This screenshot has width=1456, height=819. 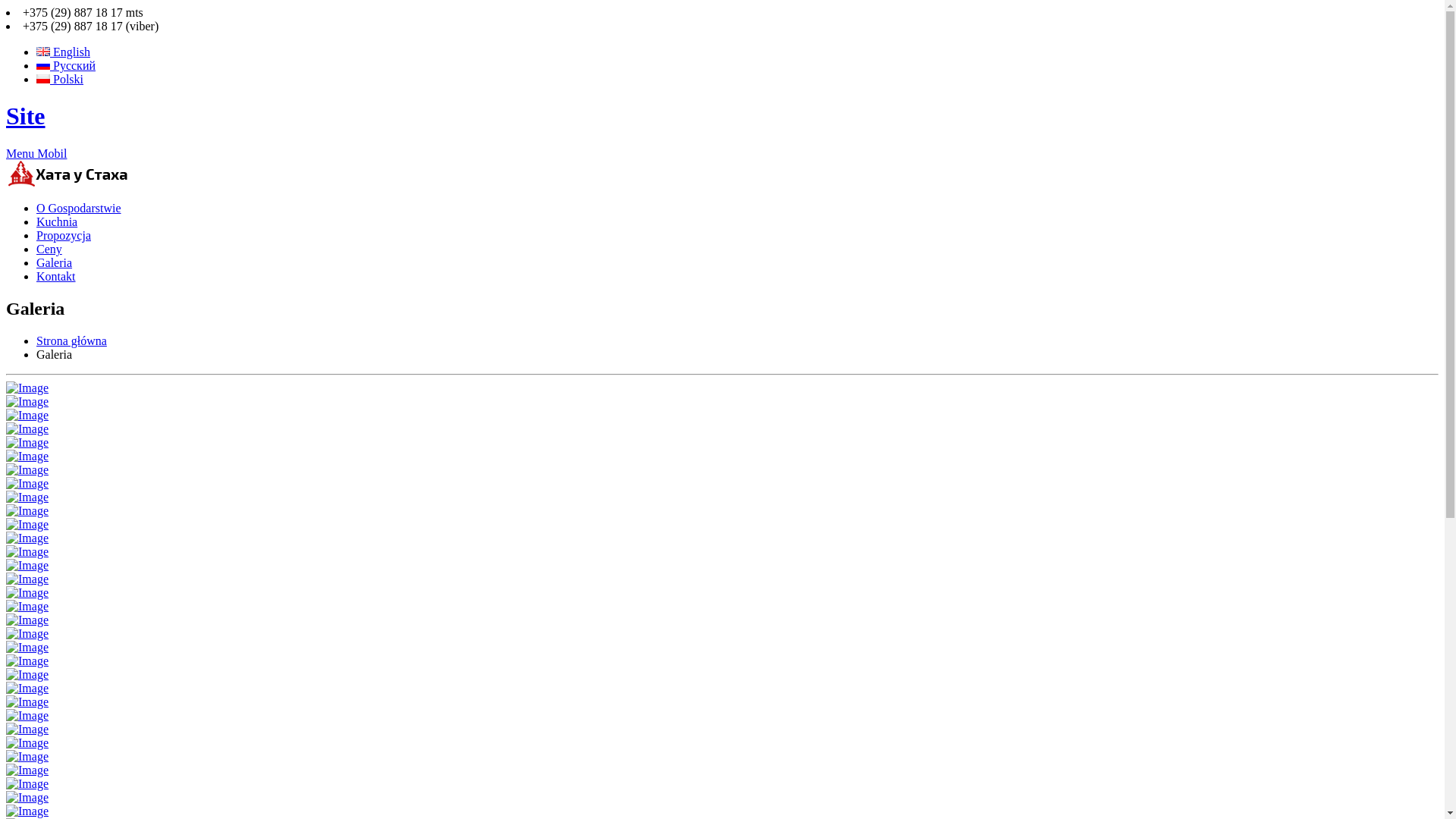 I want to click on 'Kontakt', so click(x=36, y=276).